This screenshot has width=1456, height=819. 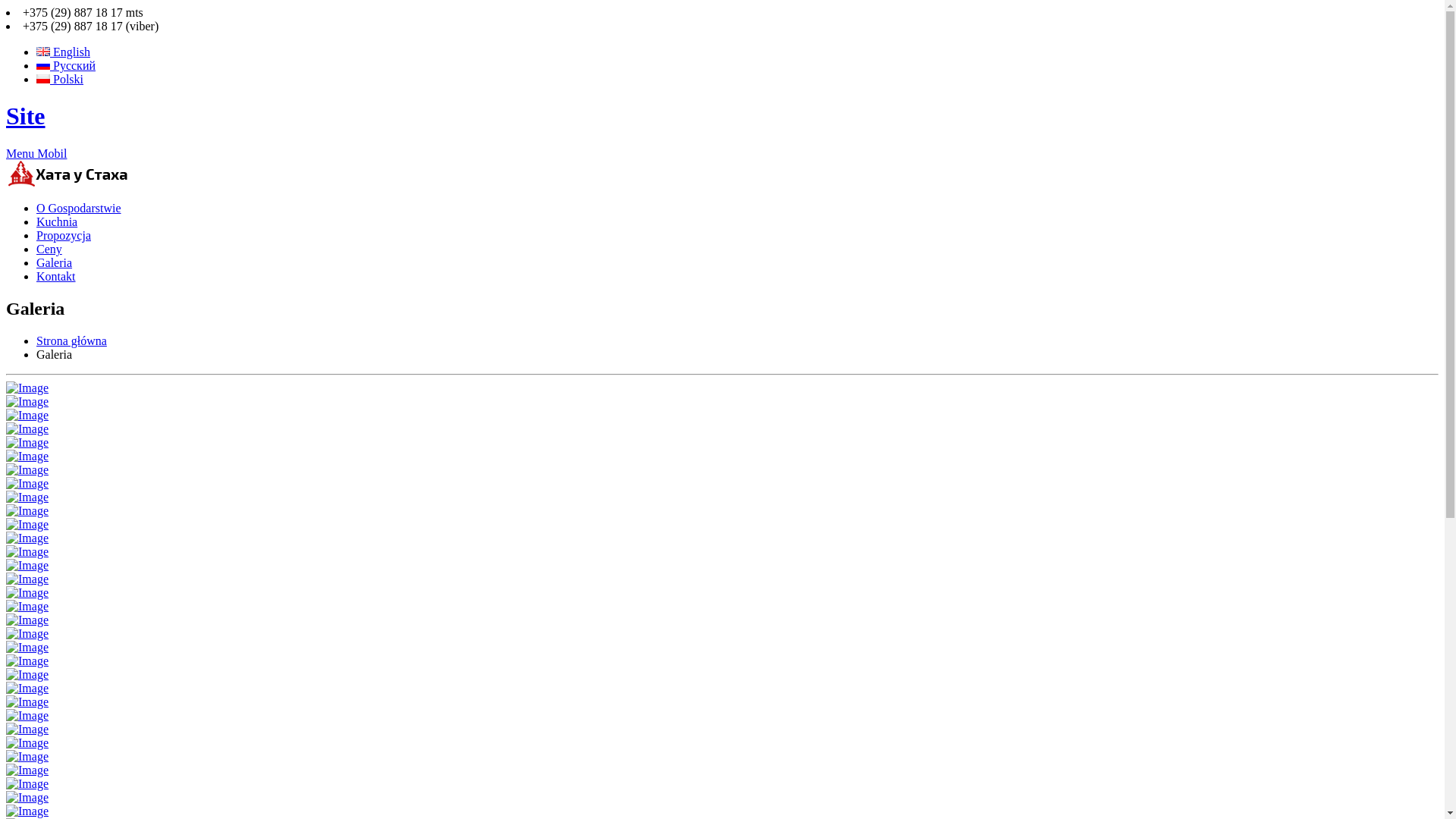 I want to click on 'Kontakt', so click(x=36, y=276).